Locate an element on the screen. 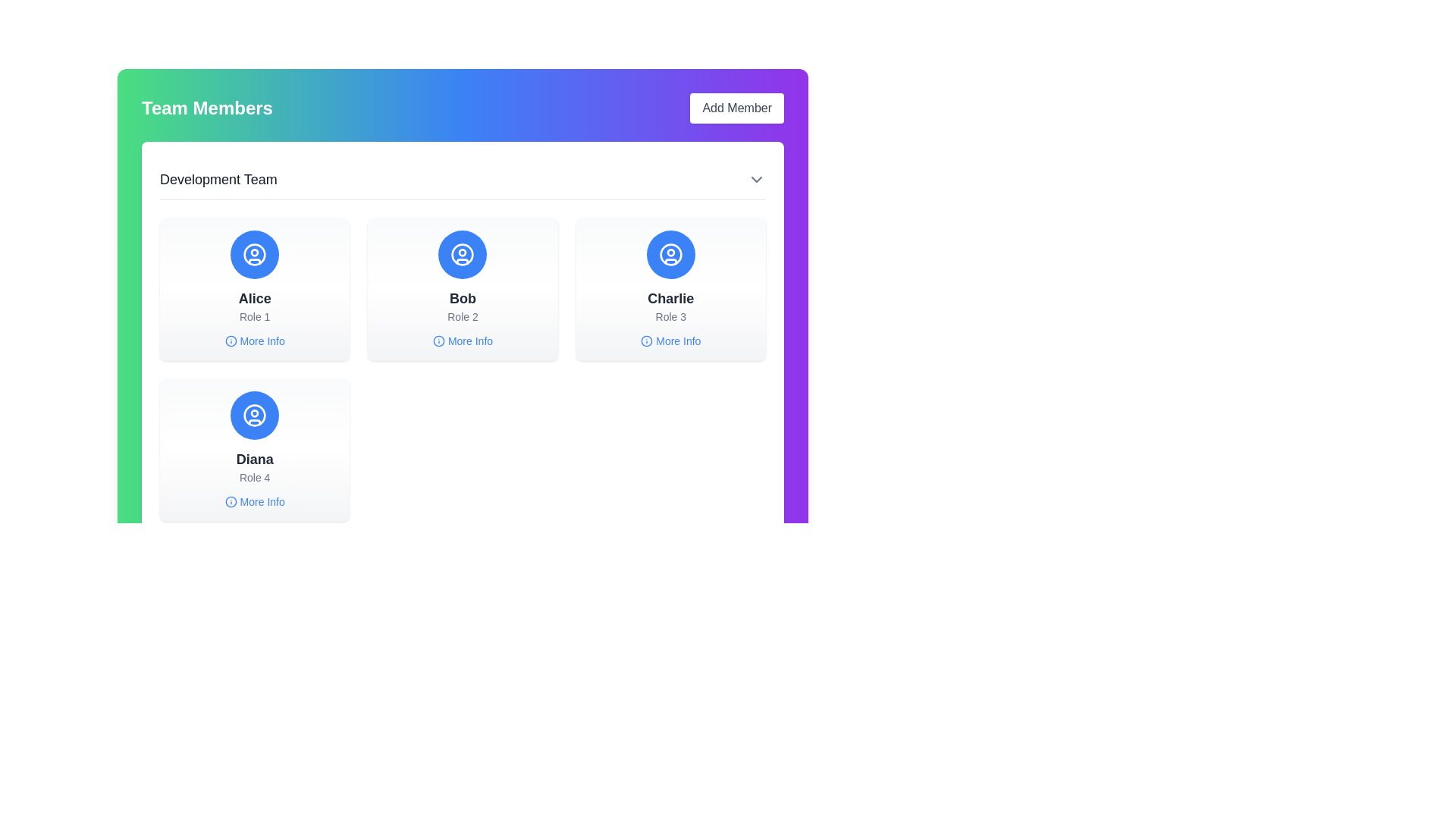 The width and height of the screenshot is (1456, 819). the blue text link labeled 'More Info' with a small circular 'info' icon to its left, located at the bottom of the 'Diana' user card in the team member grid is located at coordinates (255, 502).